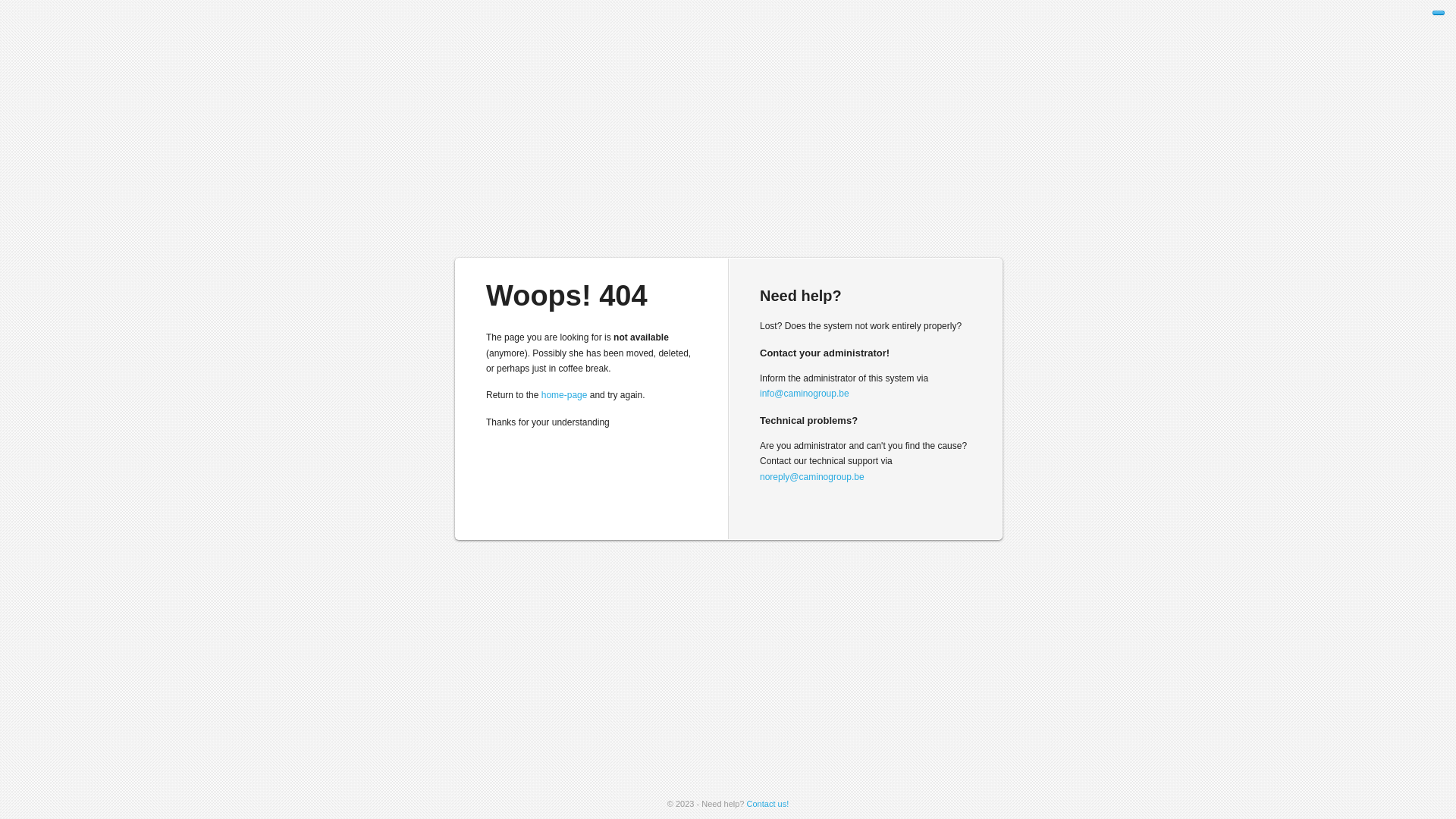 Image resolution: width=1456 pixels, height=819 pixels. Describe the element at coordinates (760, 475) in the screenshot. I see `'noreply@caminogroup.be'` at that location.